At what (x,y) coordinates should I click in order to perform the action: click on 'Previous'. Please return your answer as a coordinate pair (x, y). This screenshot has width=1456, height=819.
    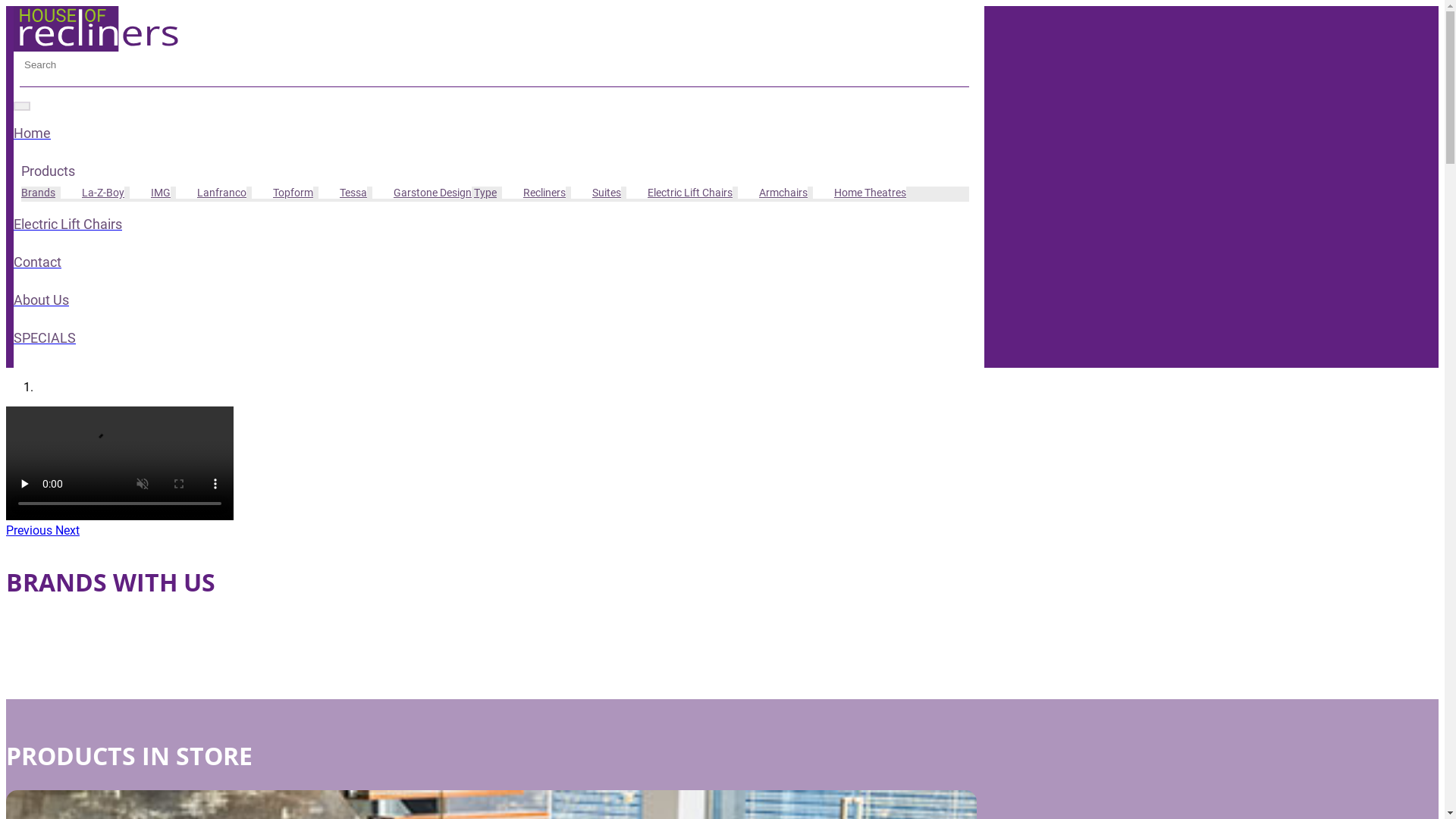
    Looking at the image, I should click on (30, 529).